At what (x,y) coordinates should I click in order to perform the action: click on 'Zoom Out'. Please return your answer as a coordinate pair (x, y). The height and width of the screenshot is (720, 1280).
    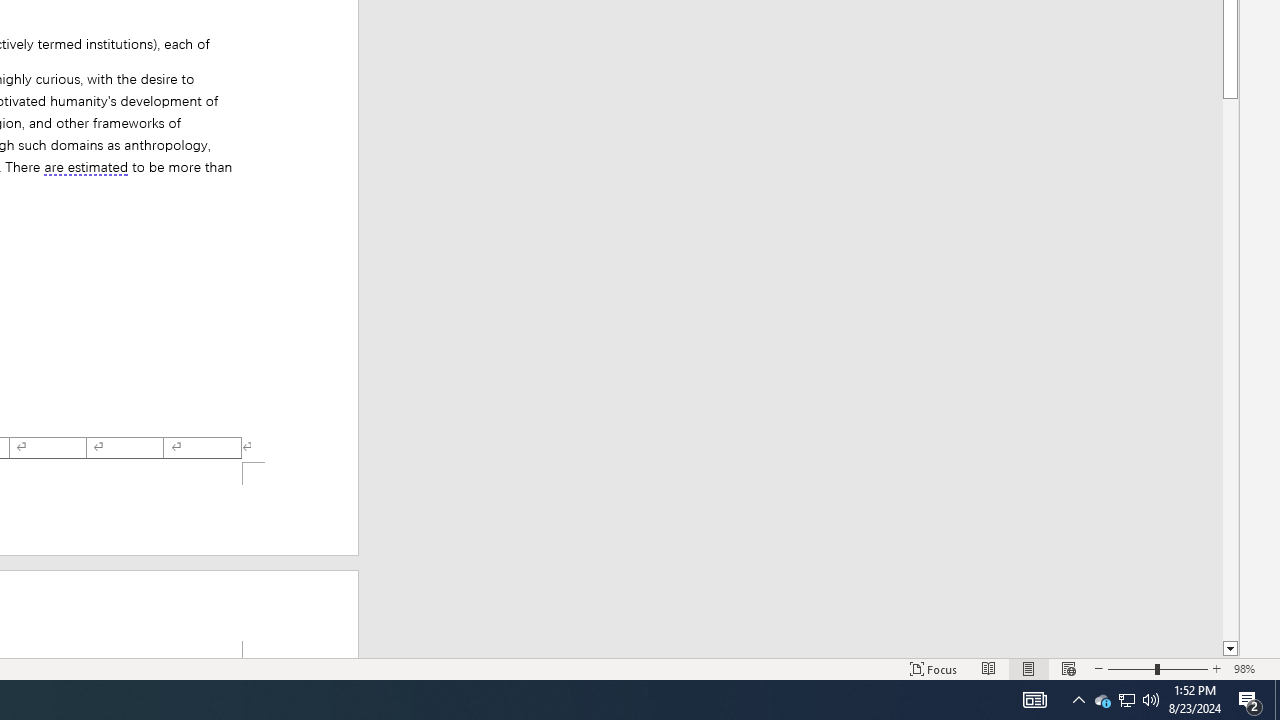
    Looking at the image, I should click on (1131, 669).